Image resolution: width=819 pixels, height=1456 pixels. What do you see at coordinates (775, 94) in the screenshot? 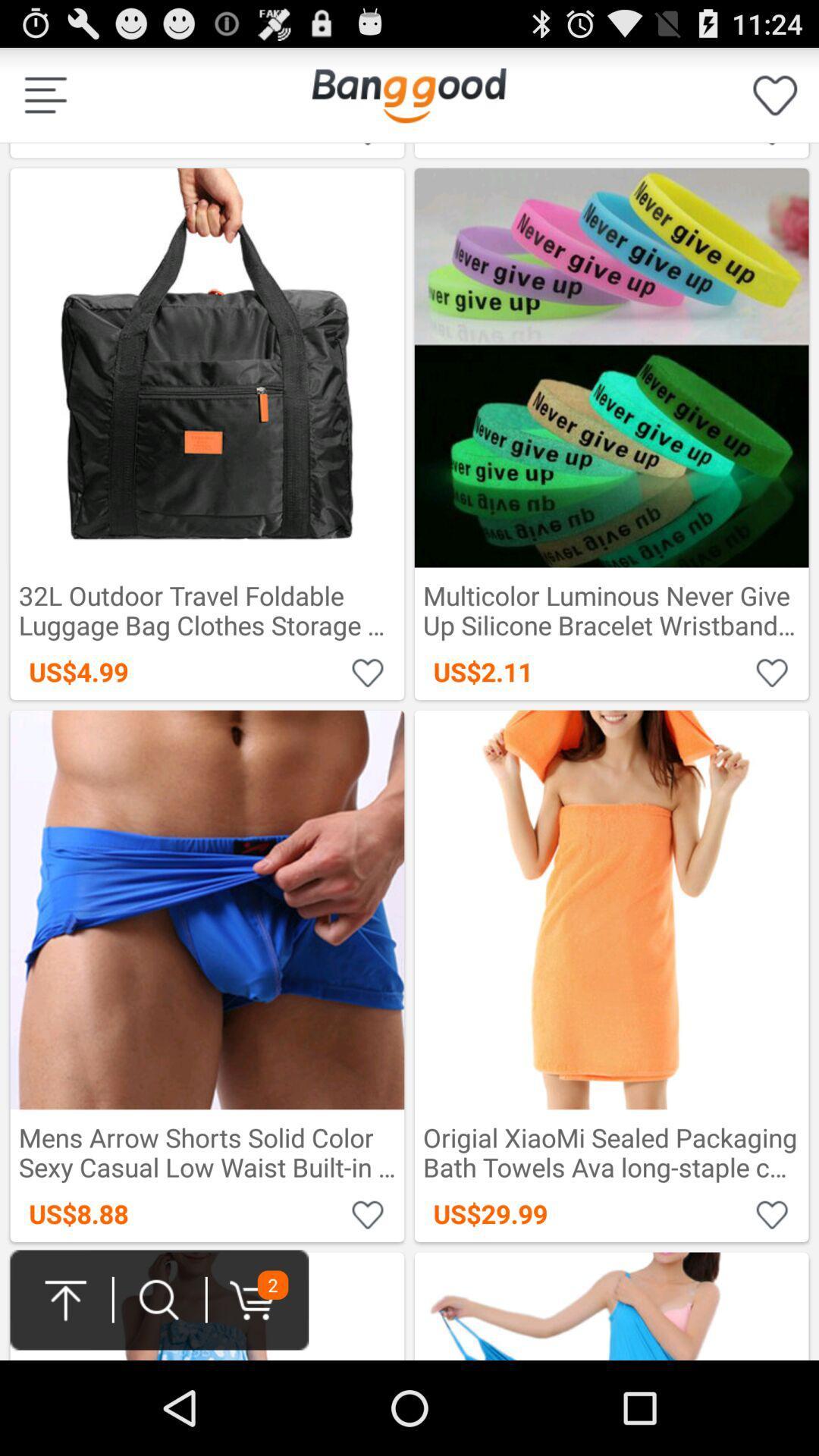
I see `the item to the right of the us$1.59 icon` at bounding box center [775, 94].